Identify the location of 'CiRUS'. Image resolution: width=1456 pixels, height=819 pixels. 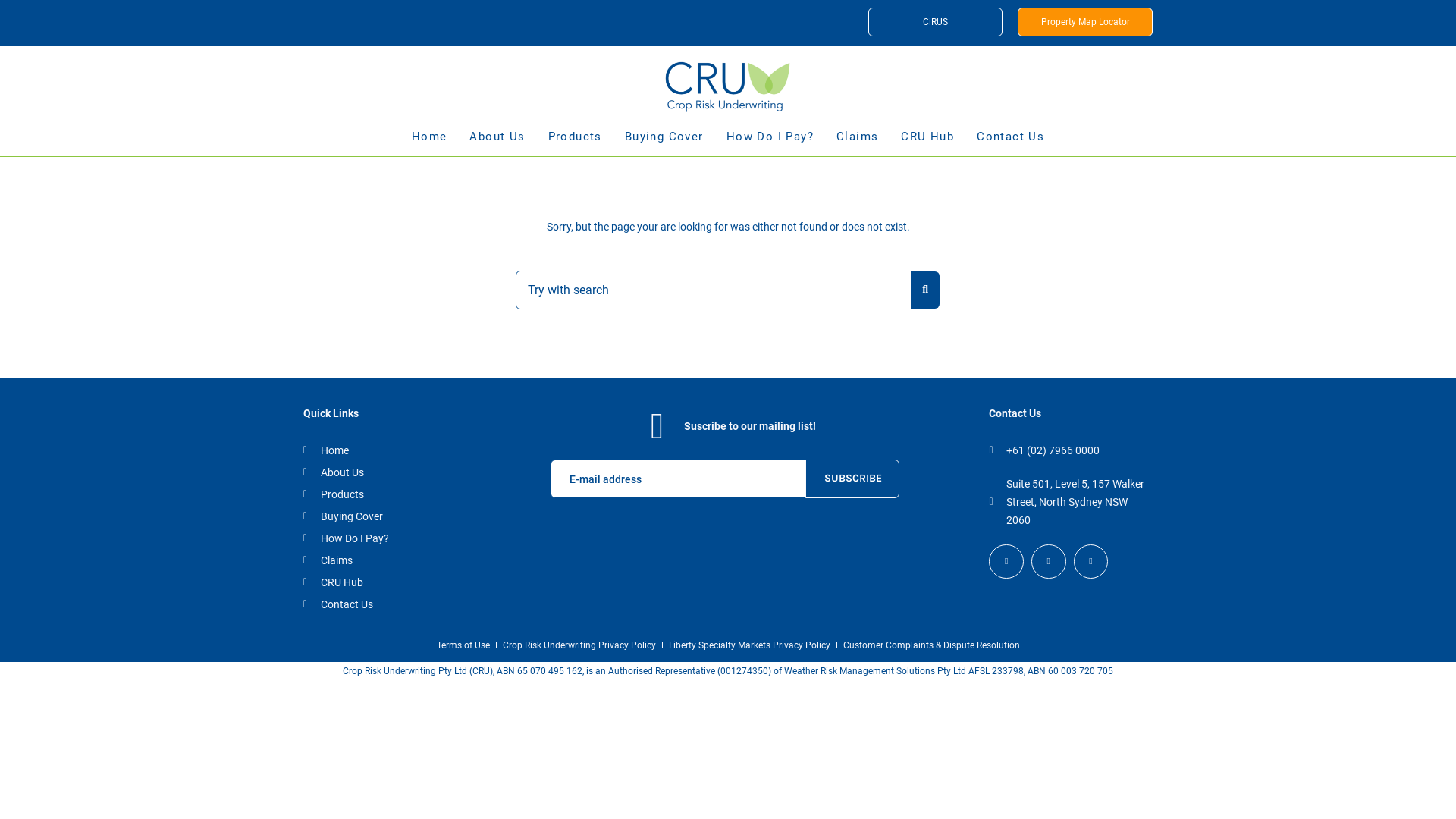
(934, 22).